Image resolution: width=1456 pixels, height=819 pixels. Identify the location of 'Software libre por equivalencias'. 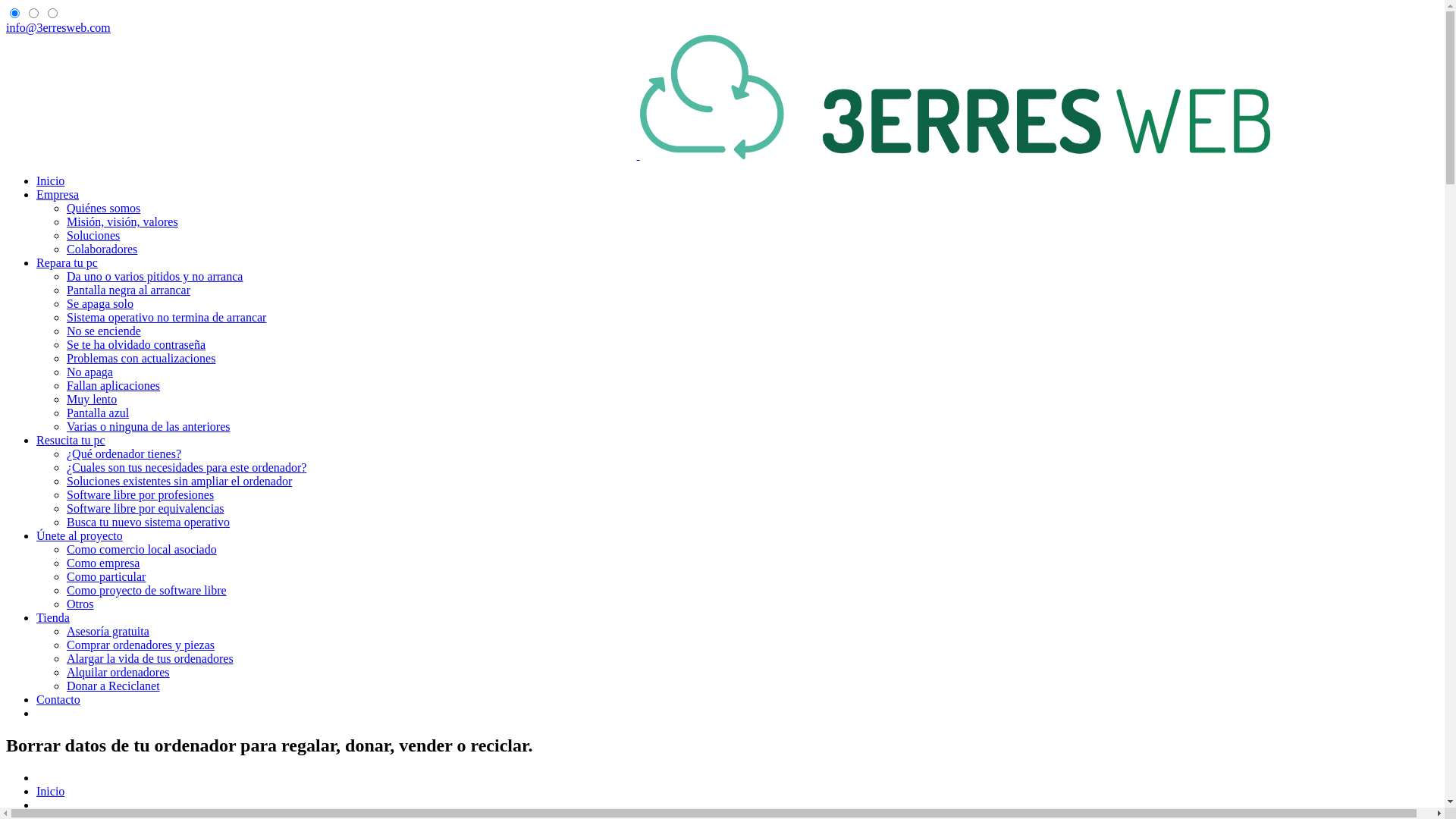
(145, 508).